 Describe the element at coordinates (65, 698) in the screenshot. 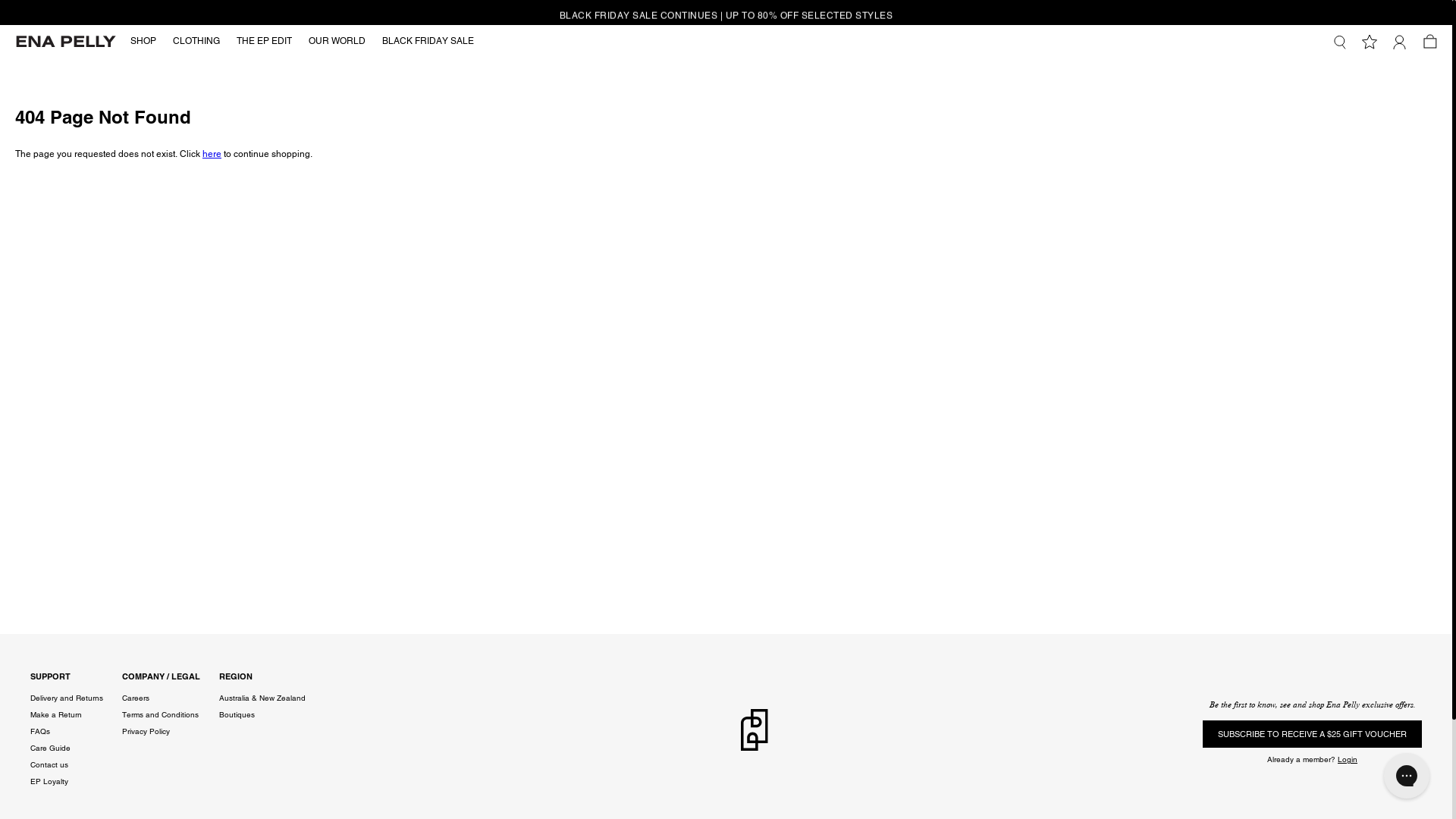

I see `'Delivery and Returns'` at that location.